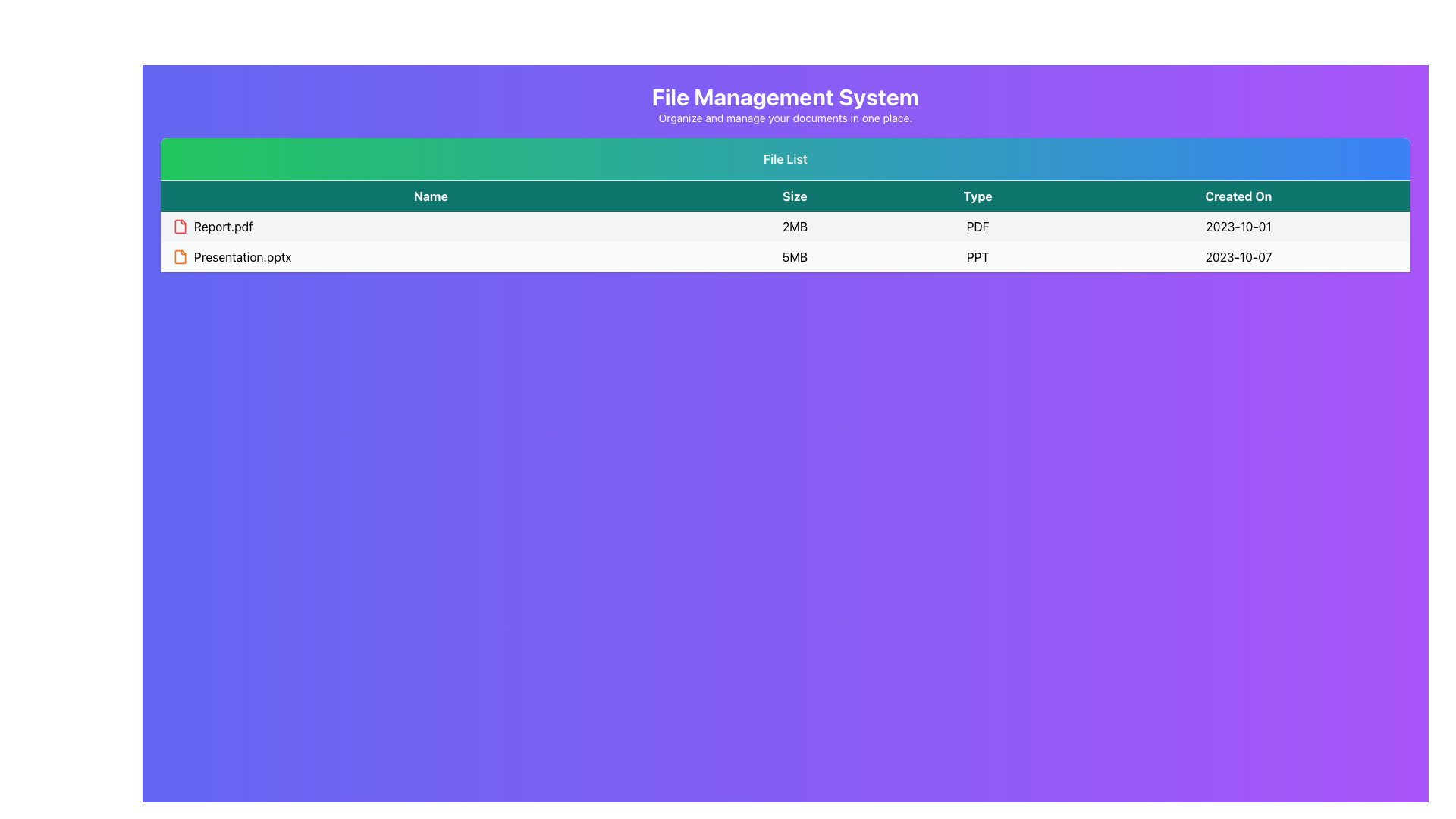  I want to click on the text label displaying the date '2023-10-01' located in the far-right column of the first row of a table-like structure, so click(1238, 227).